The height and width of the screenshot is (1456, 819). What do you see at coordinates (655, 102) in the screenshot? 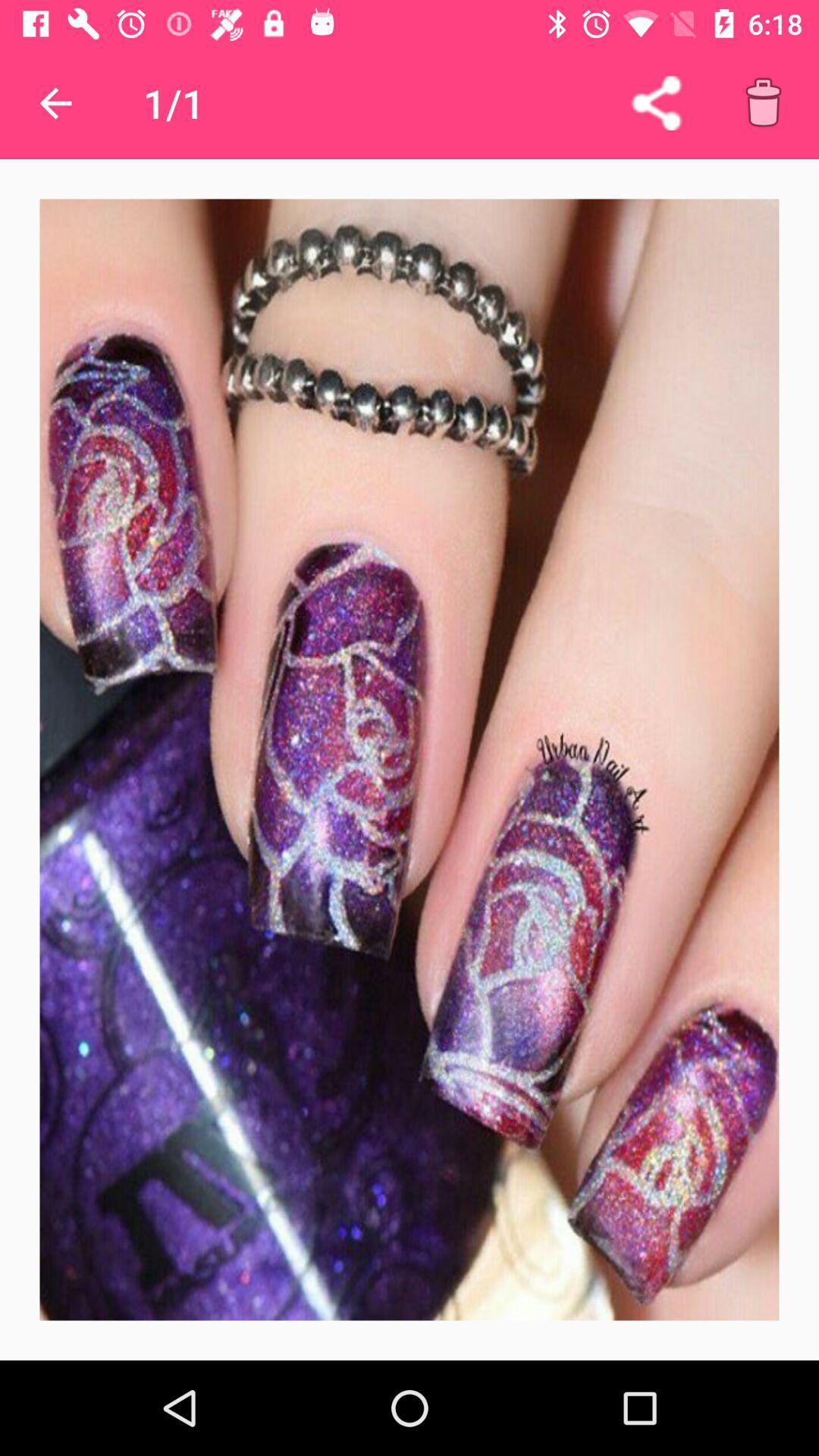
I see `item next to the 1/1 icon` at bounding box center [655, 102].